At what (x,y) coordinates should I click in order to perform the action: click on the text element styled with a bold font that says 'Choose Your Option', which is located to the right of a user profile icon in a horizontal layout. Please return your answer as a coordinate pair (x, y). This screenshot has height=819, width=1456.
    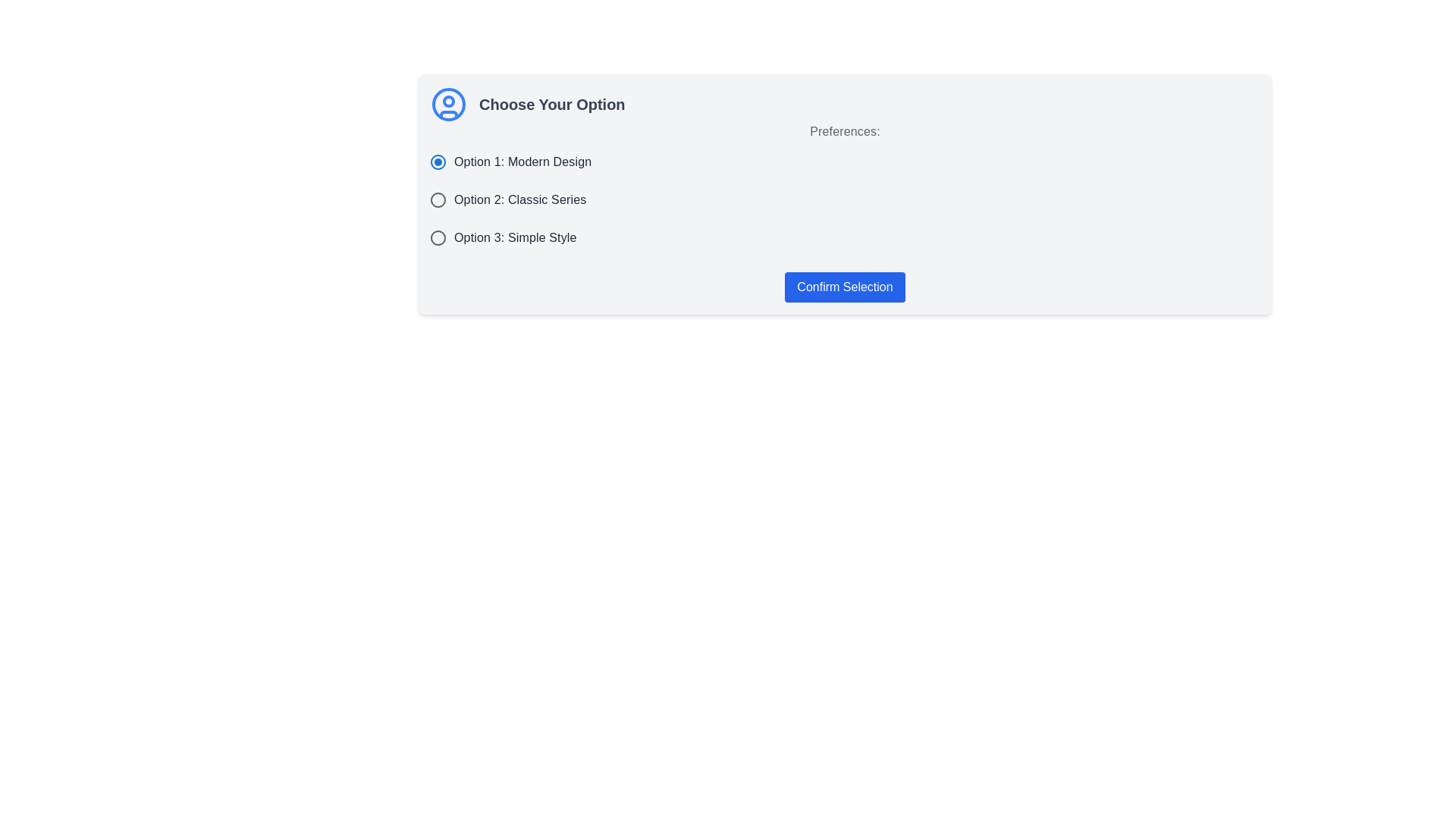
    Looking at the image, I should click on (551, 104).